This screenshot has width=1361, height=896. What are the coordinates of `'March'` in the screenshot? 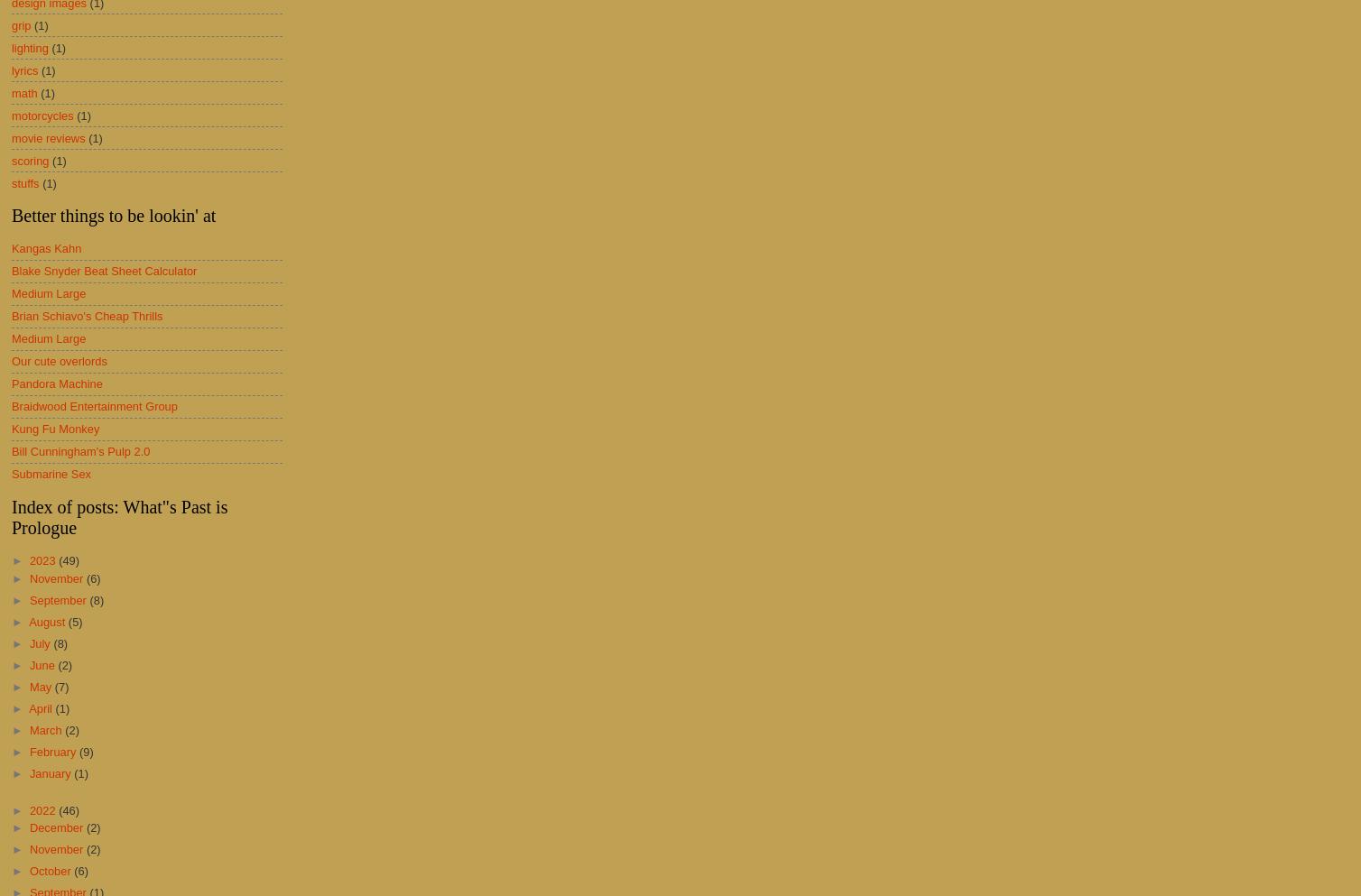 It's located at (47, 729).